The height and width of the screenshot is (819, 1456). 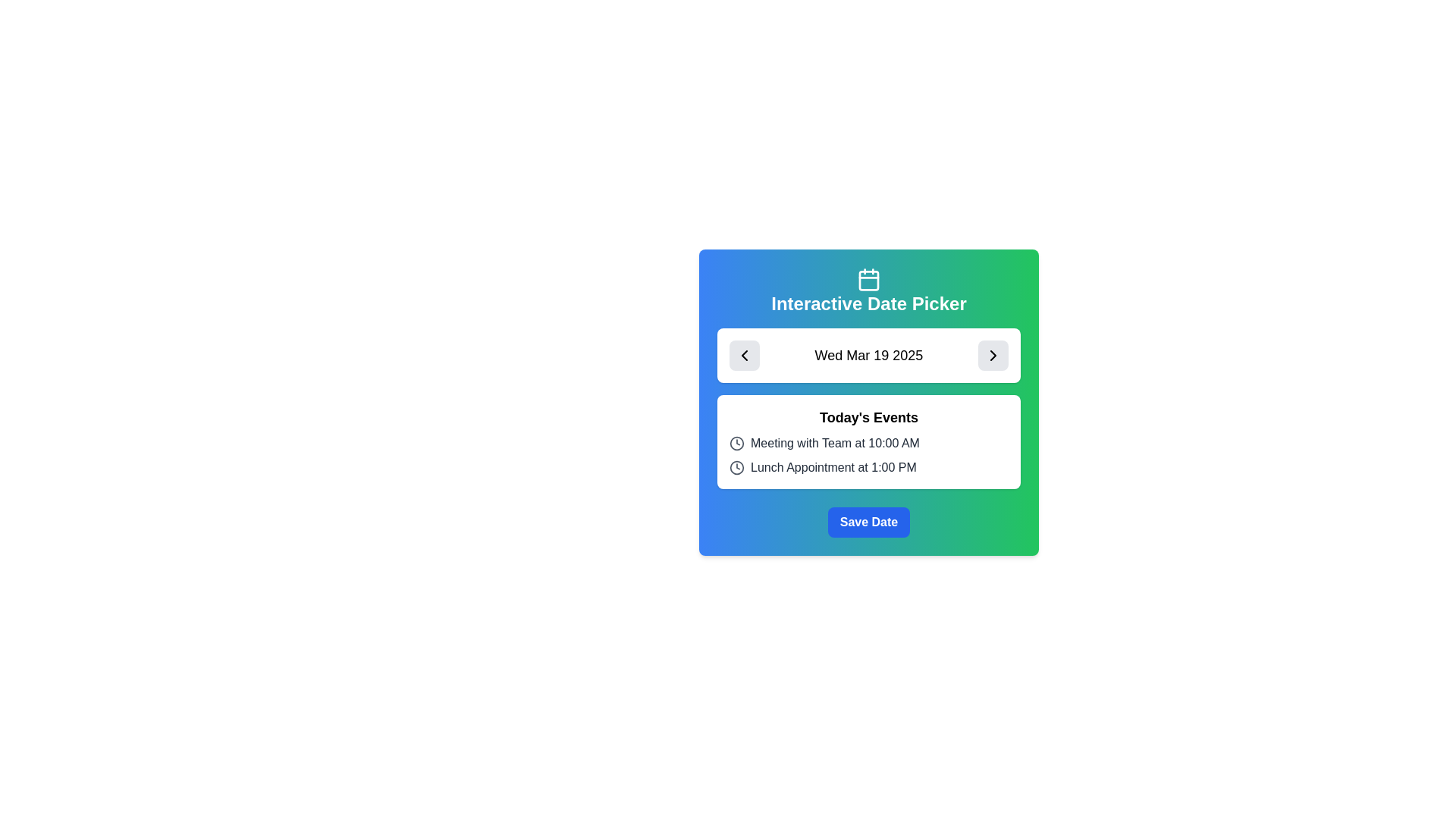 I want to click on the text label displaying 'Meeting with Team at 10:00 AM', which is styled in gray and located under the 'Today's Events' section, so click(x=834, y=444).